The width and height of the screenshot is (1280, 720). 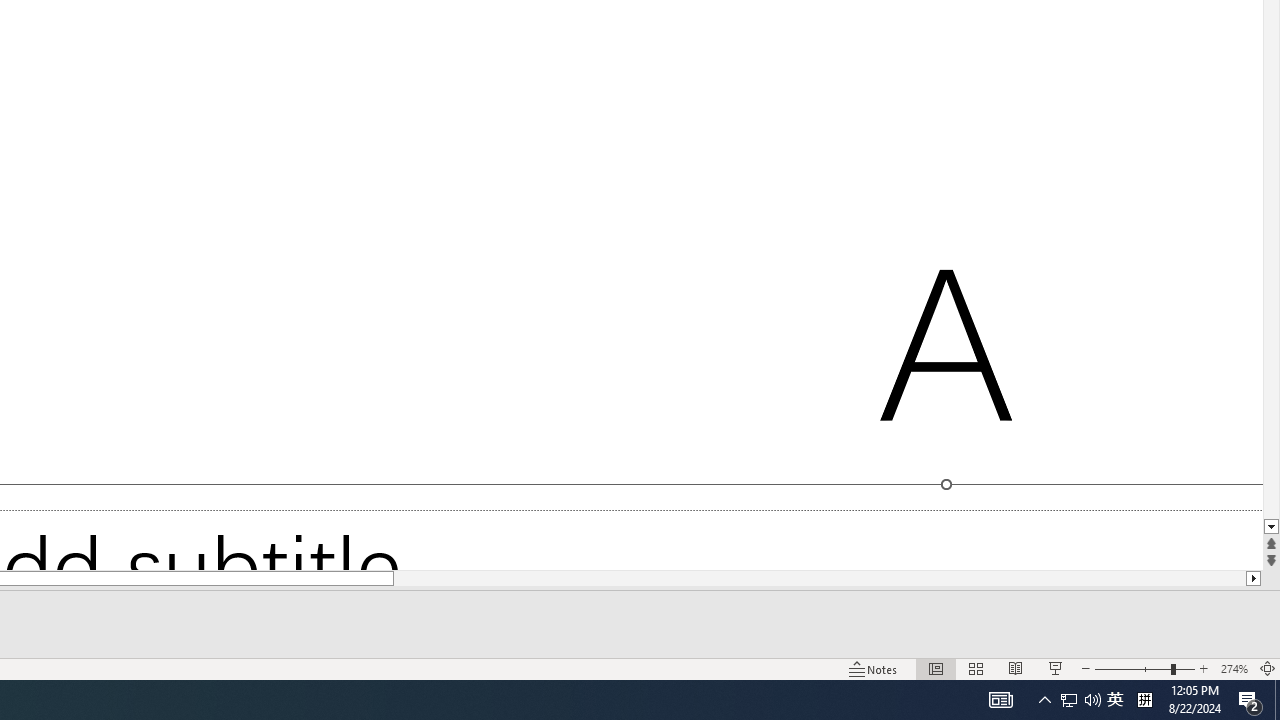 I want to click on 'Zoom 274%', so click(x=1233, y=669).